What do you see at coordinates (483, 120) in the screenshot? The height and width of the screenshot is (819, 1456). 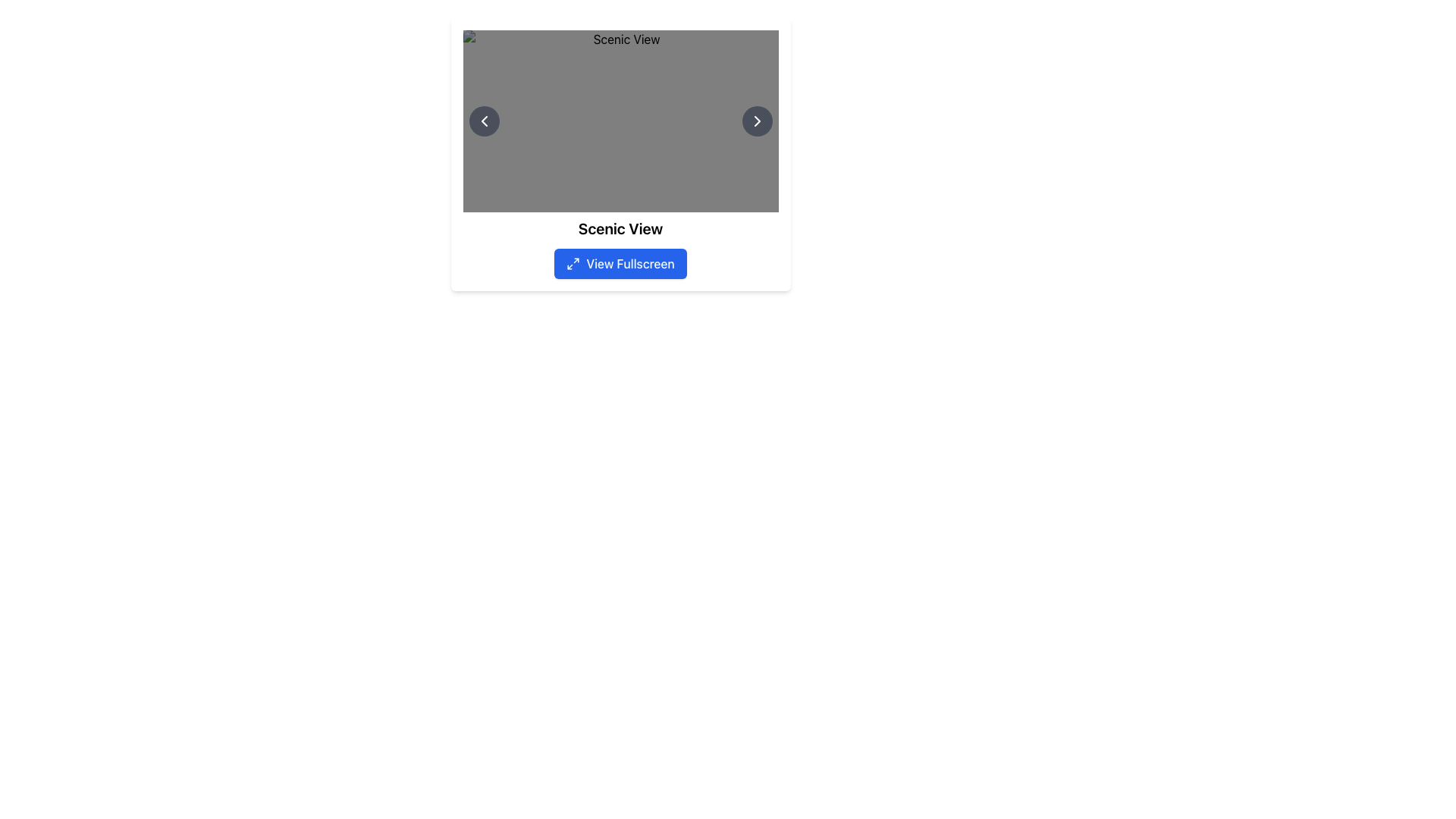 I see `the 'previous' button located on the left side of the image display` at bounding box center [483, 120].